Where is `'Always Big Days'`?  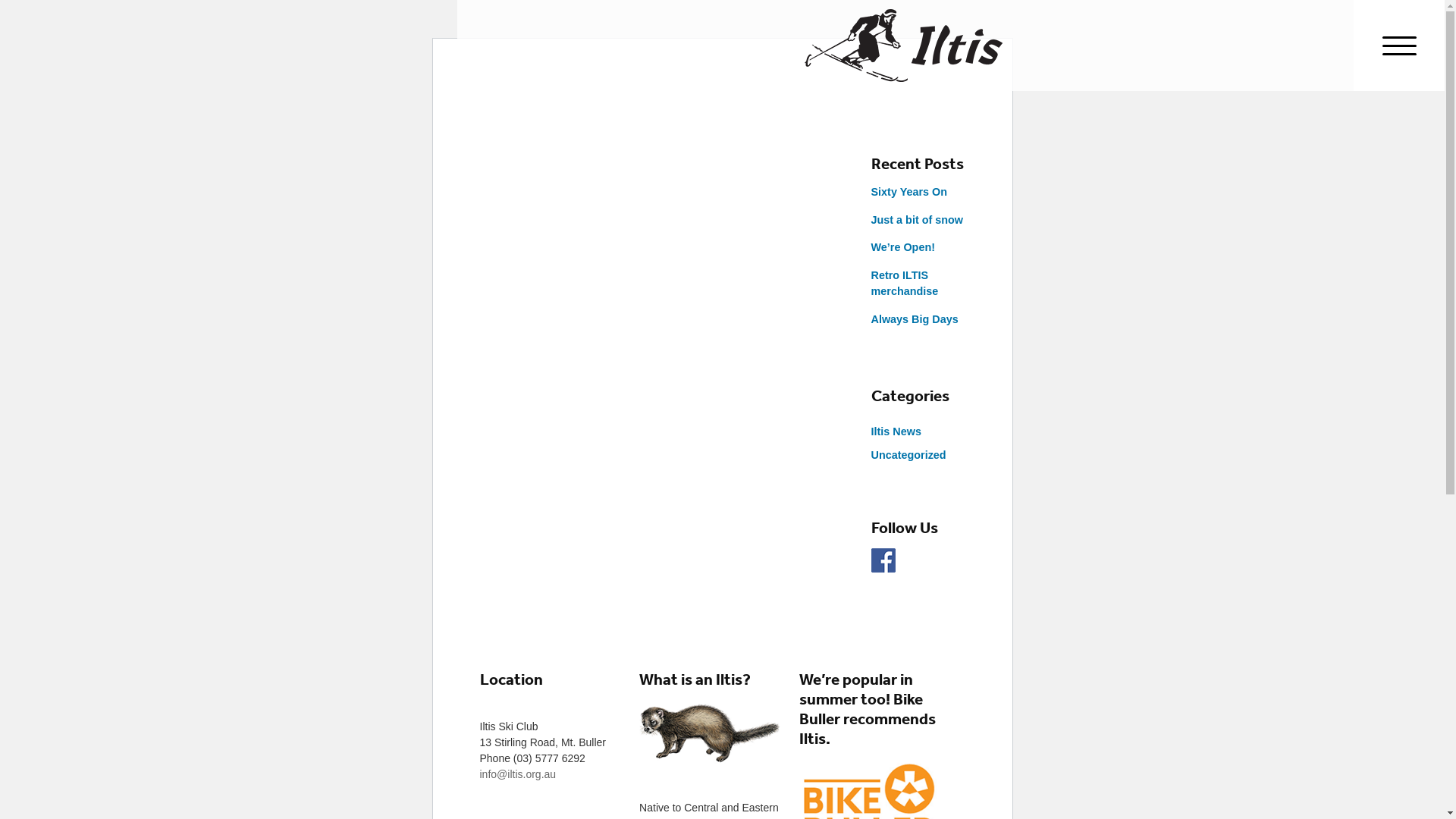 'Always Big Days' is located at coordinates (913, 318).